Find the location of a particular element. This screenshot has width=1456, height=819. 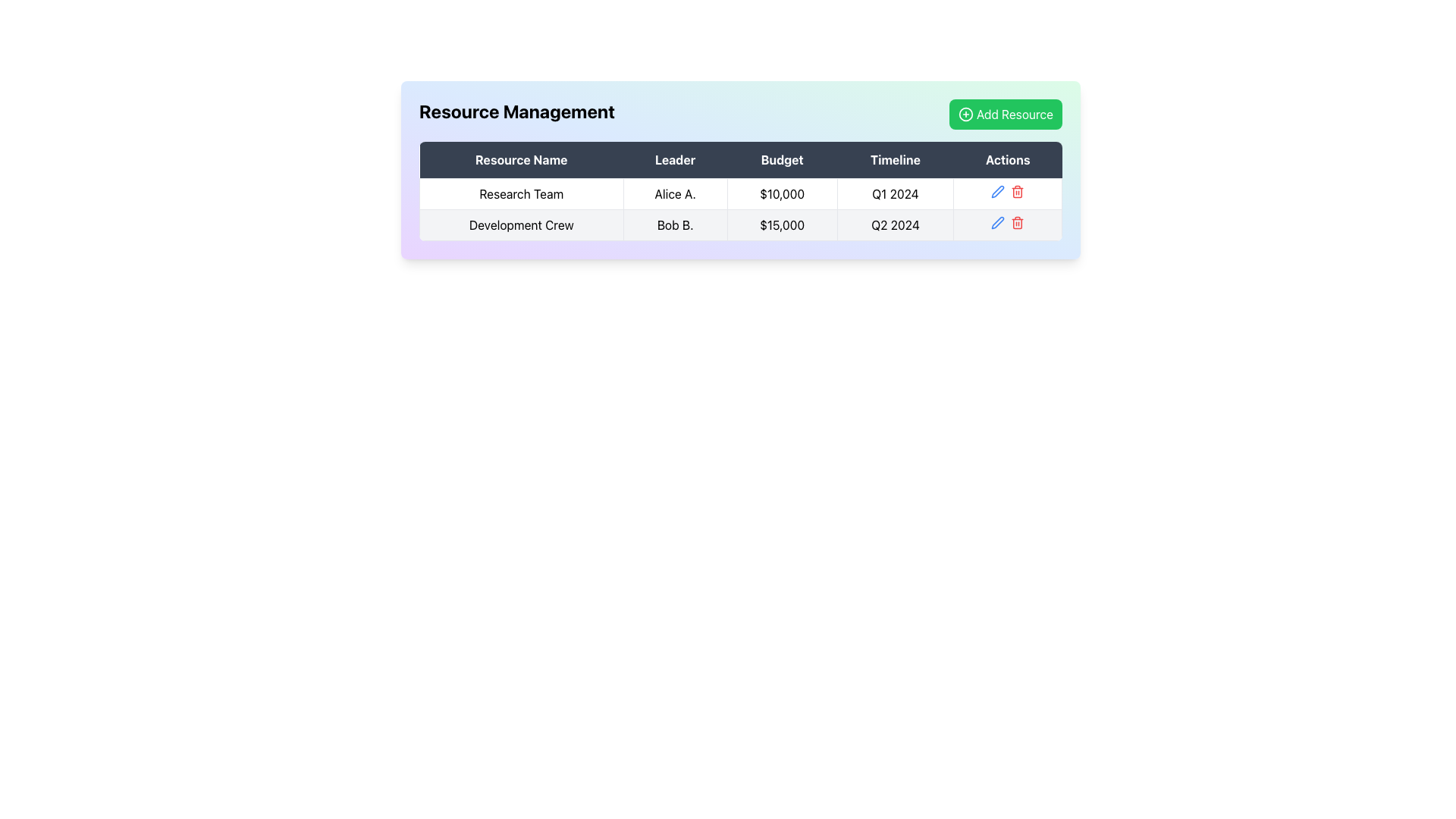

the 'Timeline' text label in the table header is located at coordinates (895, 160).